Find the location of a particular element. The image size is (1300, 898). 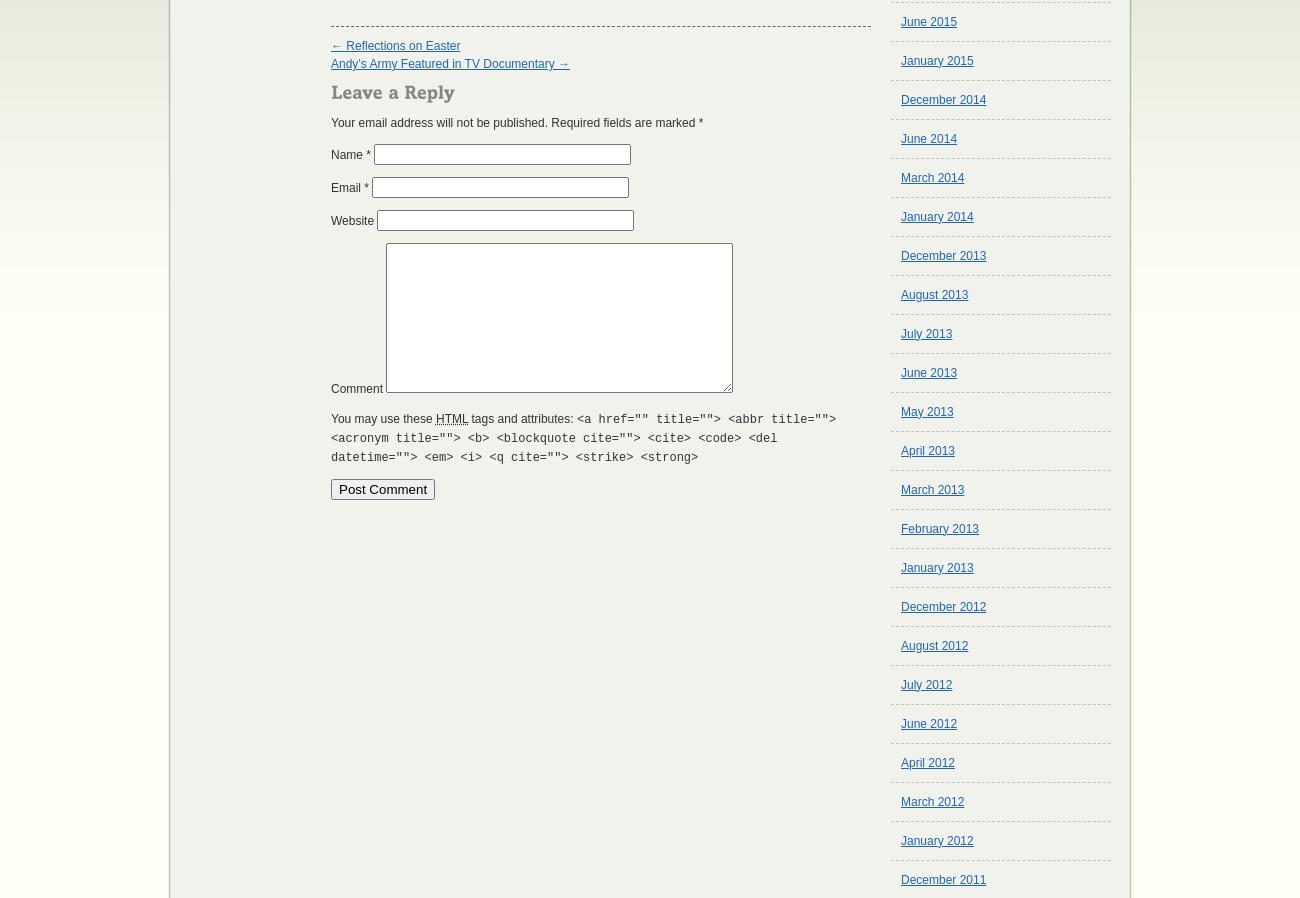

'April 2013' is located at coordinates (927, 449).